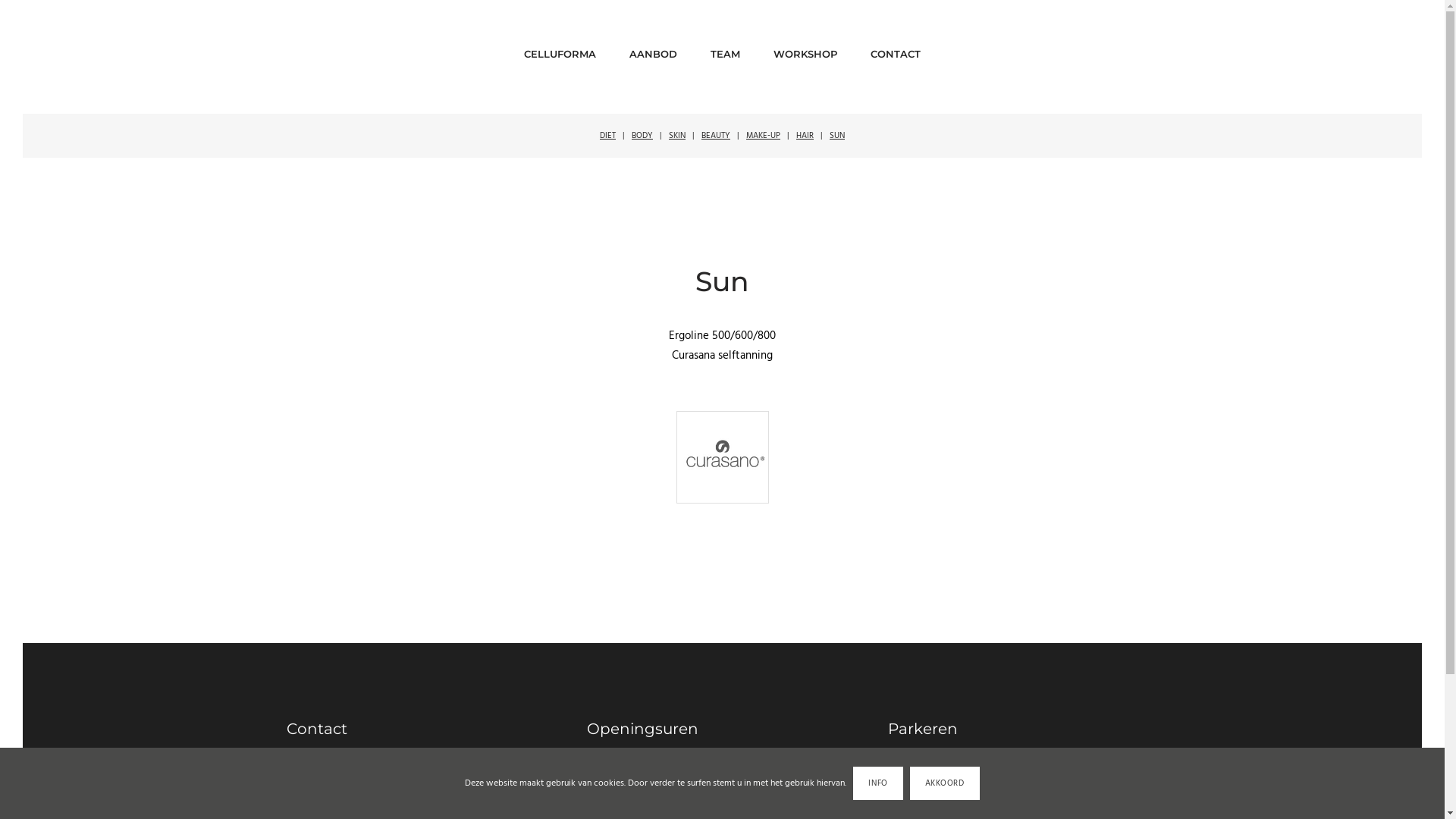 This screenshot has width=1456, height=819. I want to click on 'BODY', so click(642, 134).